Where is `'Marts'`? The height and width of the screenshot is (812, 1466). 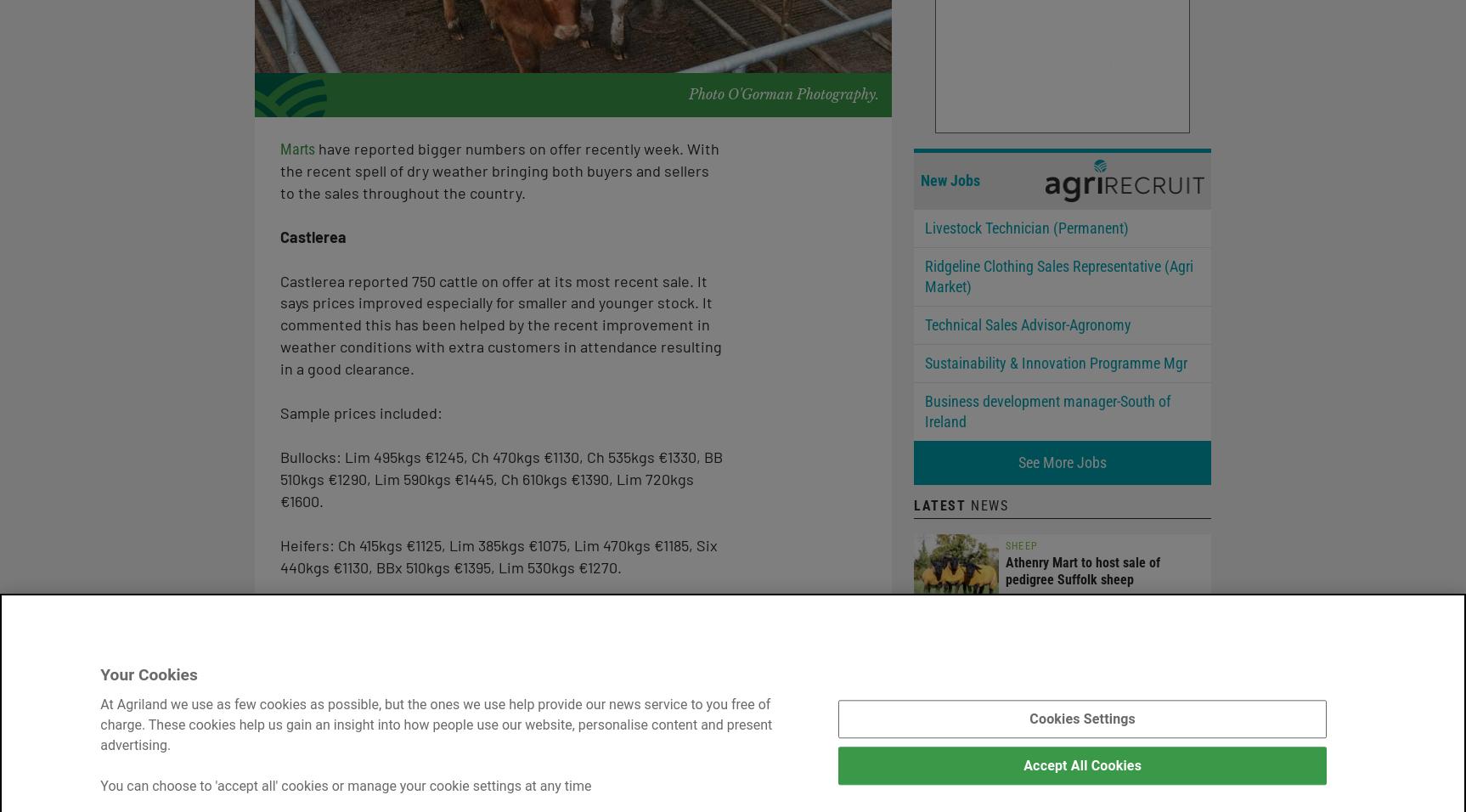
'Marts' is located at coordinates (299, 148).